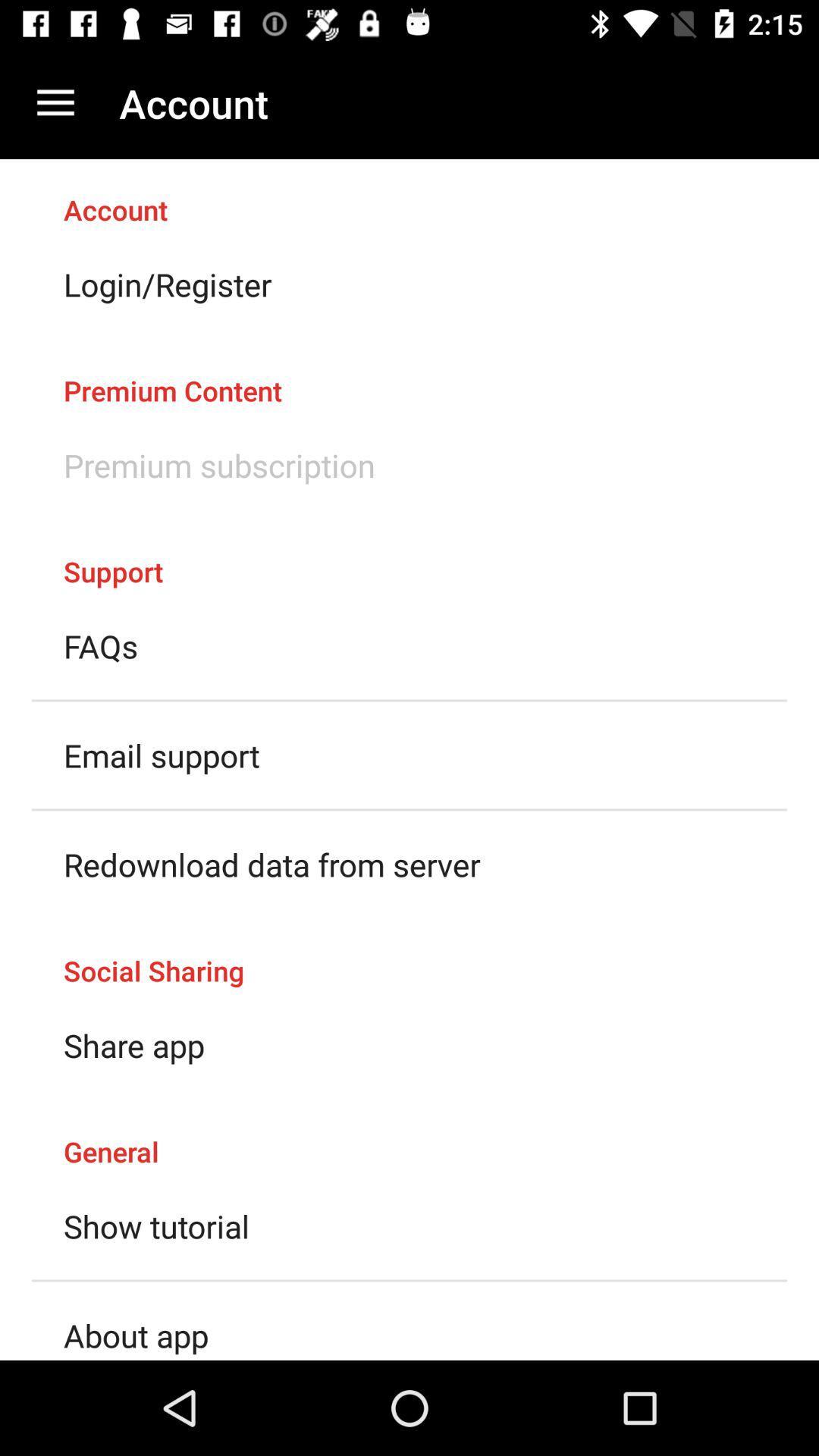 The height and width of the screenshot is (1456, 819). I want to click on the general icon, so click(409, 1135).